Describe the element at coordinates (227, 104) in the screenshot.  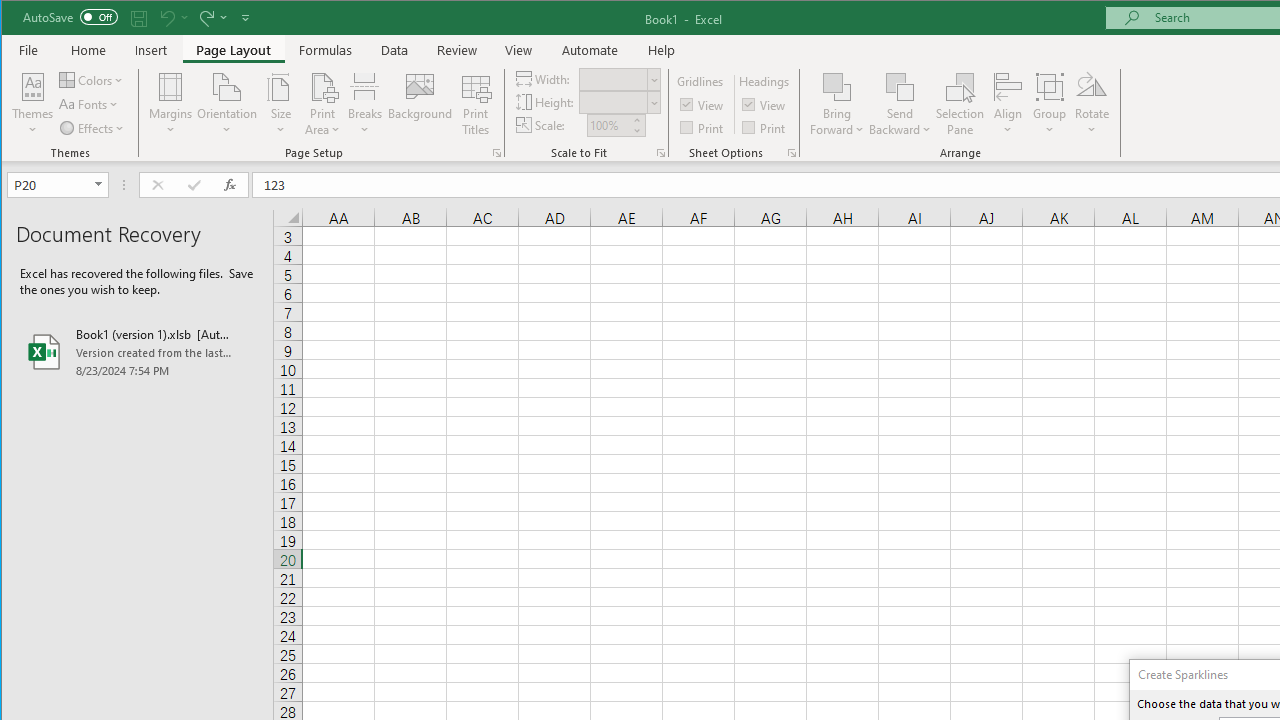
I see `'Orientation'` at that location.